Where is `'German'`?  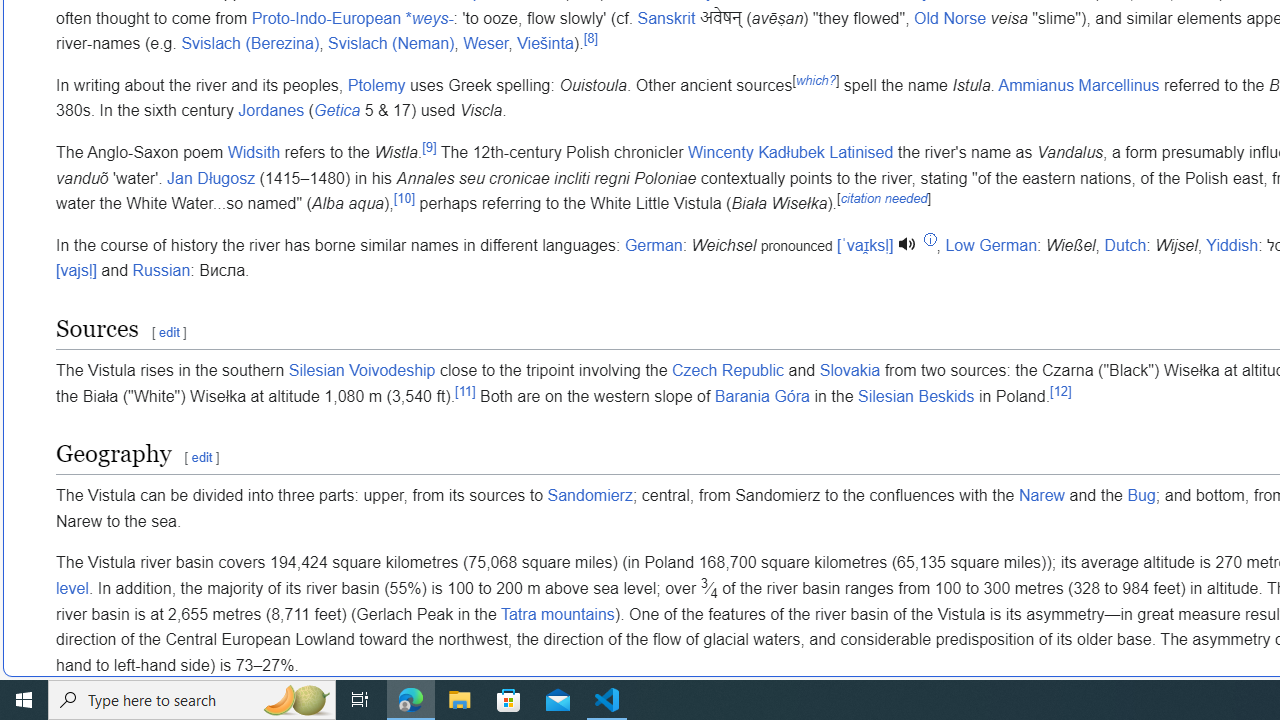
'German' is located at coordinates (654, 244).